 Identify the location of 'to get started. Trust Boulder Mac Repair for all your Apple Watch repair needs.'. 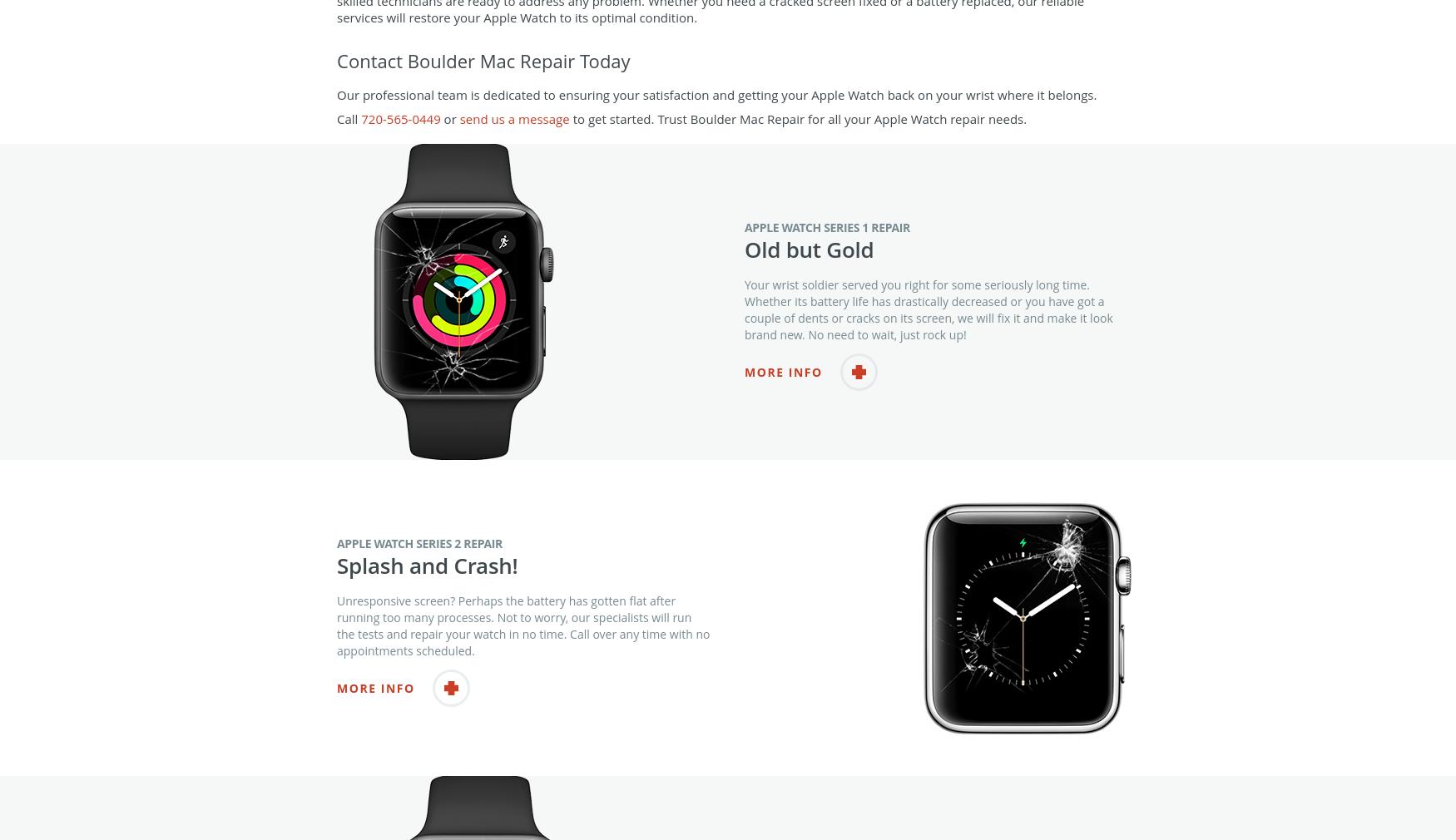
(798, 151).